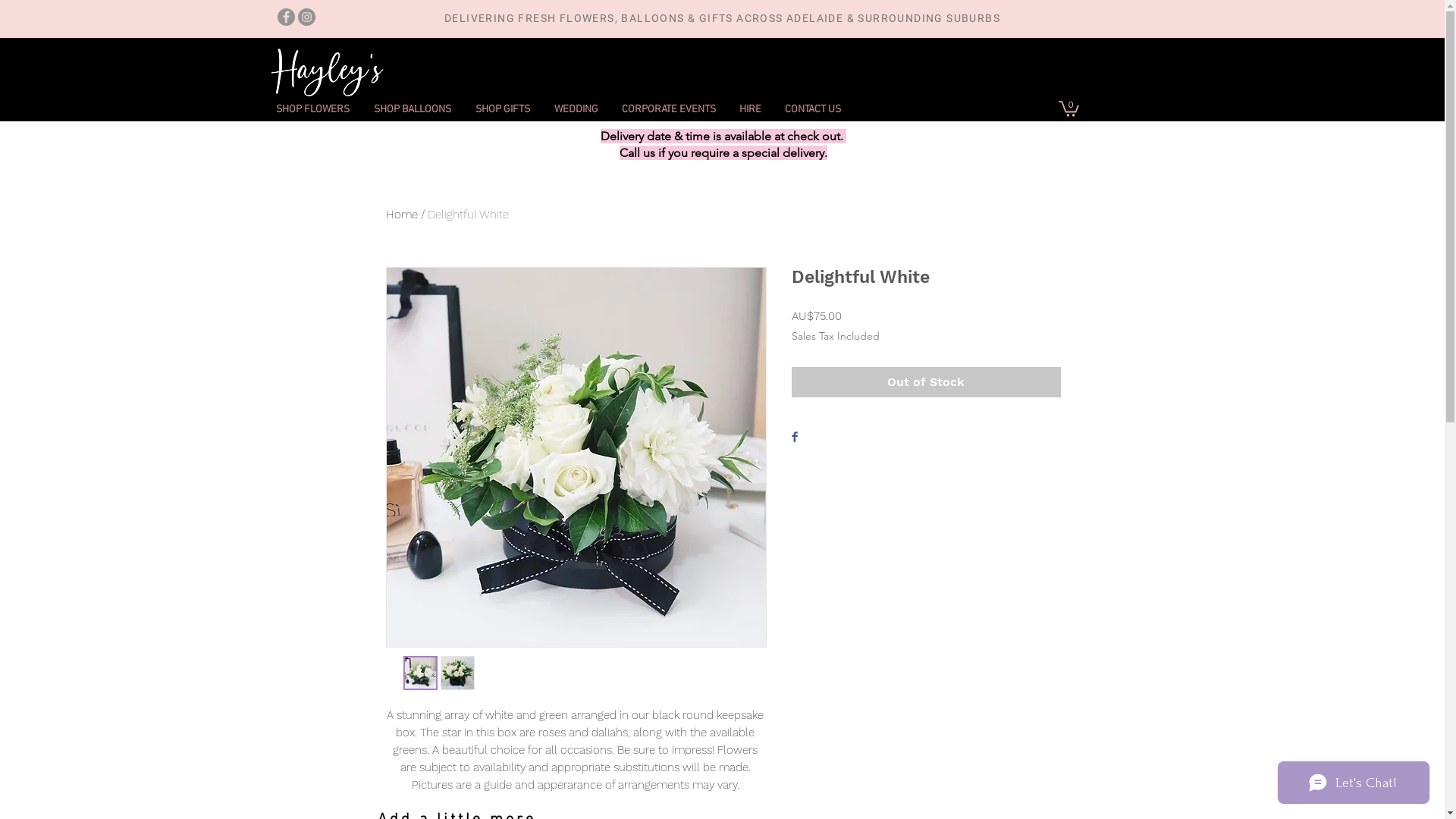  I want to click on 'SHOP FLOWERS', so click(312, 108).